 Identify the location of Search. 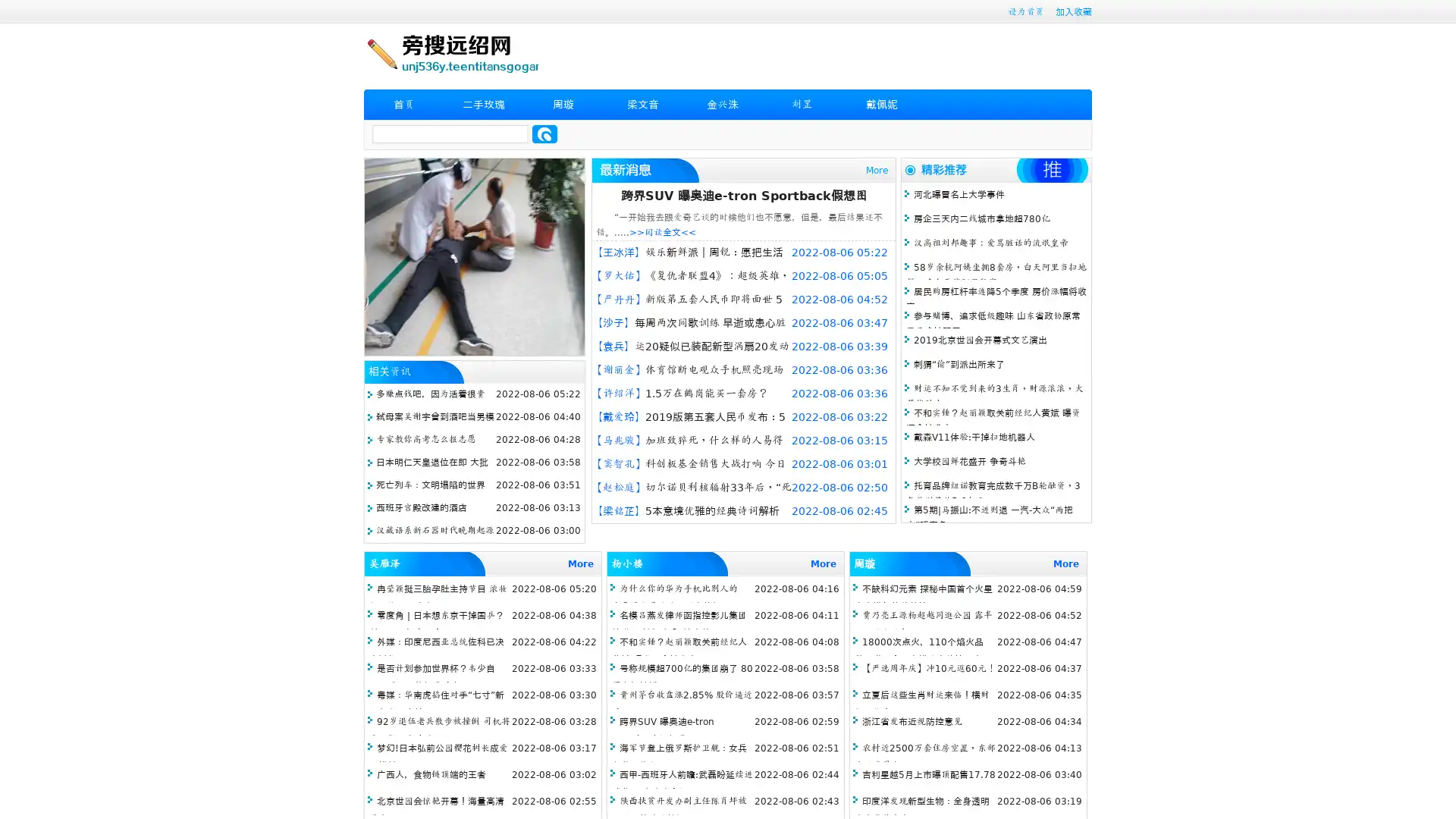
(544, 133).